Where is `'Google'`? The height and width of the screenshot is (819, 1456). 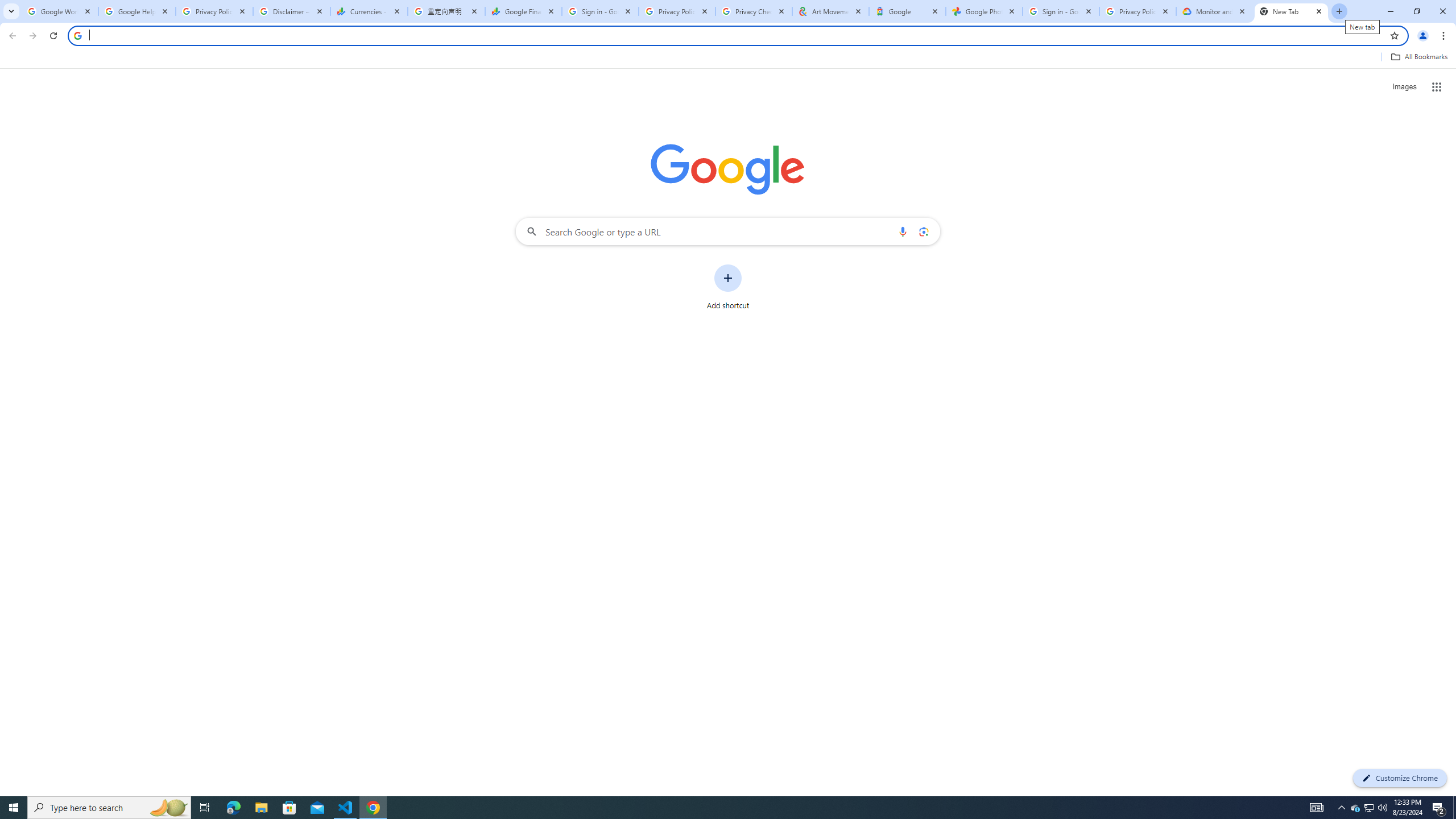 'Google' is located at coordinates (906, 11).